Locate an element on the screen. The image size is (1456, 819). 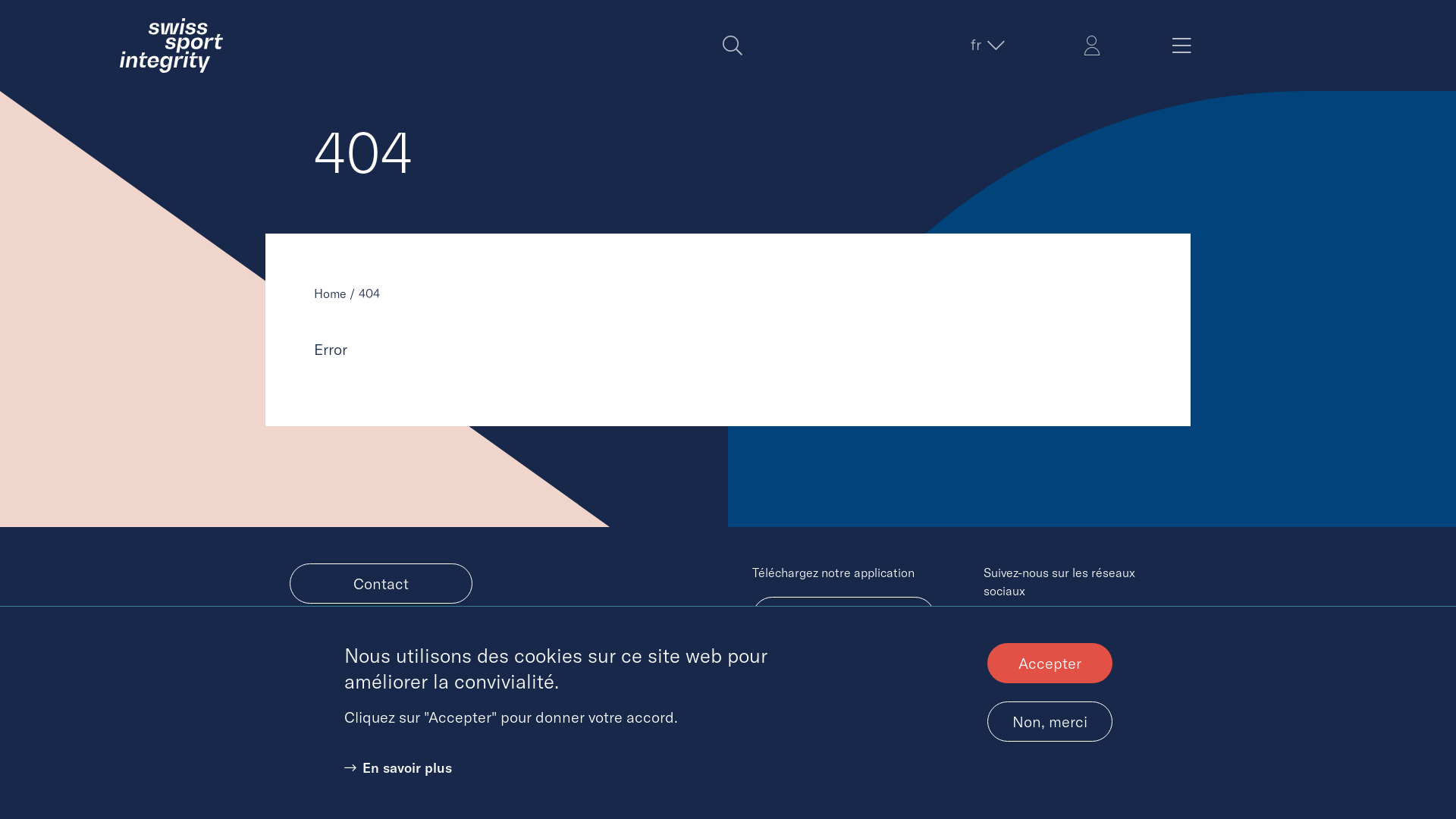
'Non, merci' is located at coordinates (987, 720).